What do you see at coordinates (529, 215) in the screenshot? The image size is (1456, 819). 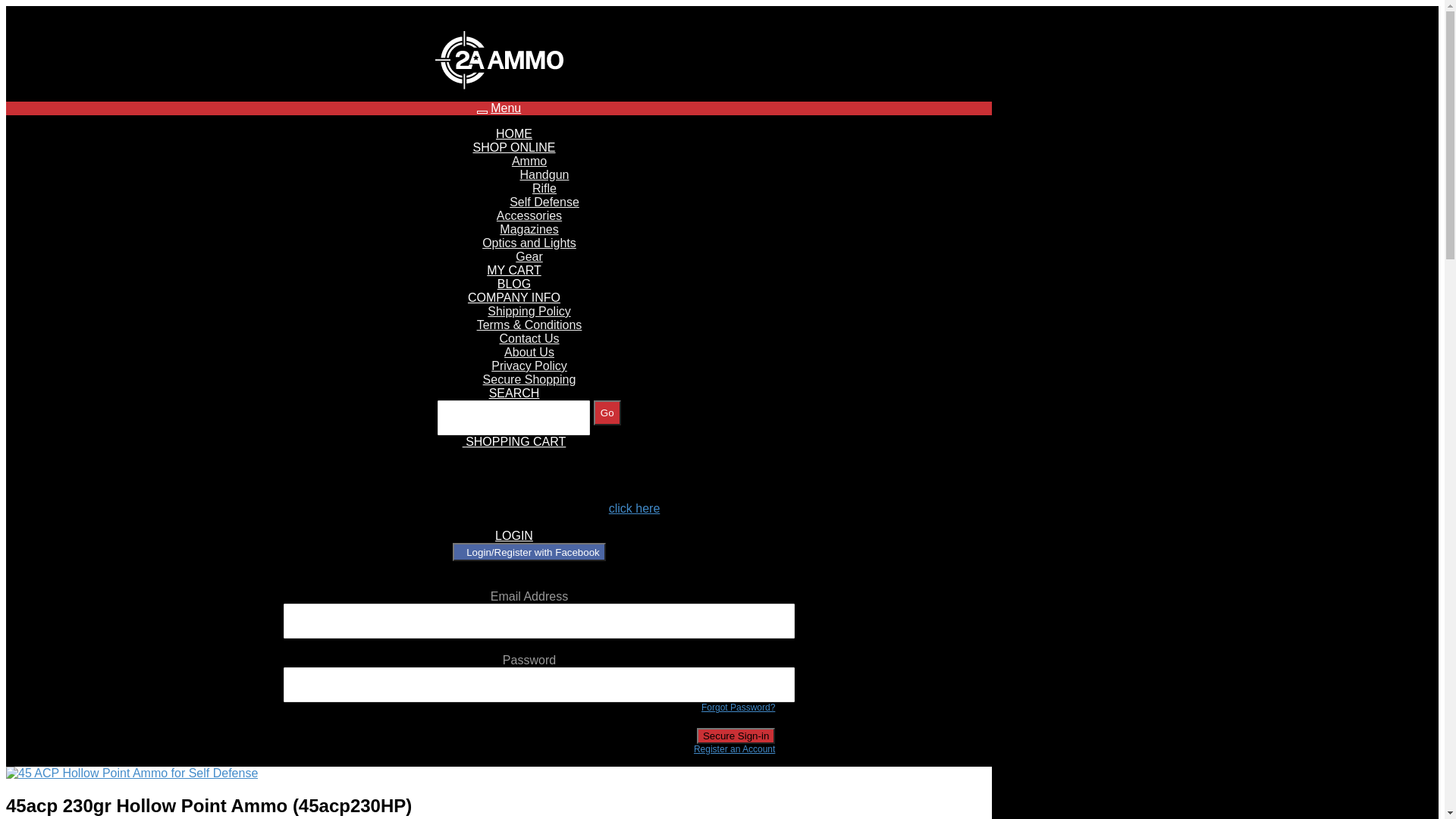 I see `'Accessories'` at bounding box center [529, 215].